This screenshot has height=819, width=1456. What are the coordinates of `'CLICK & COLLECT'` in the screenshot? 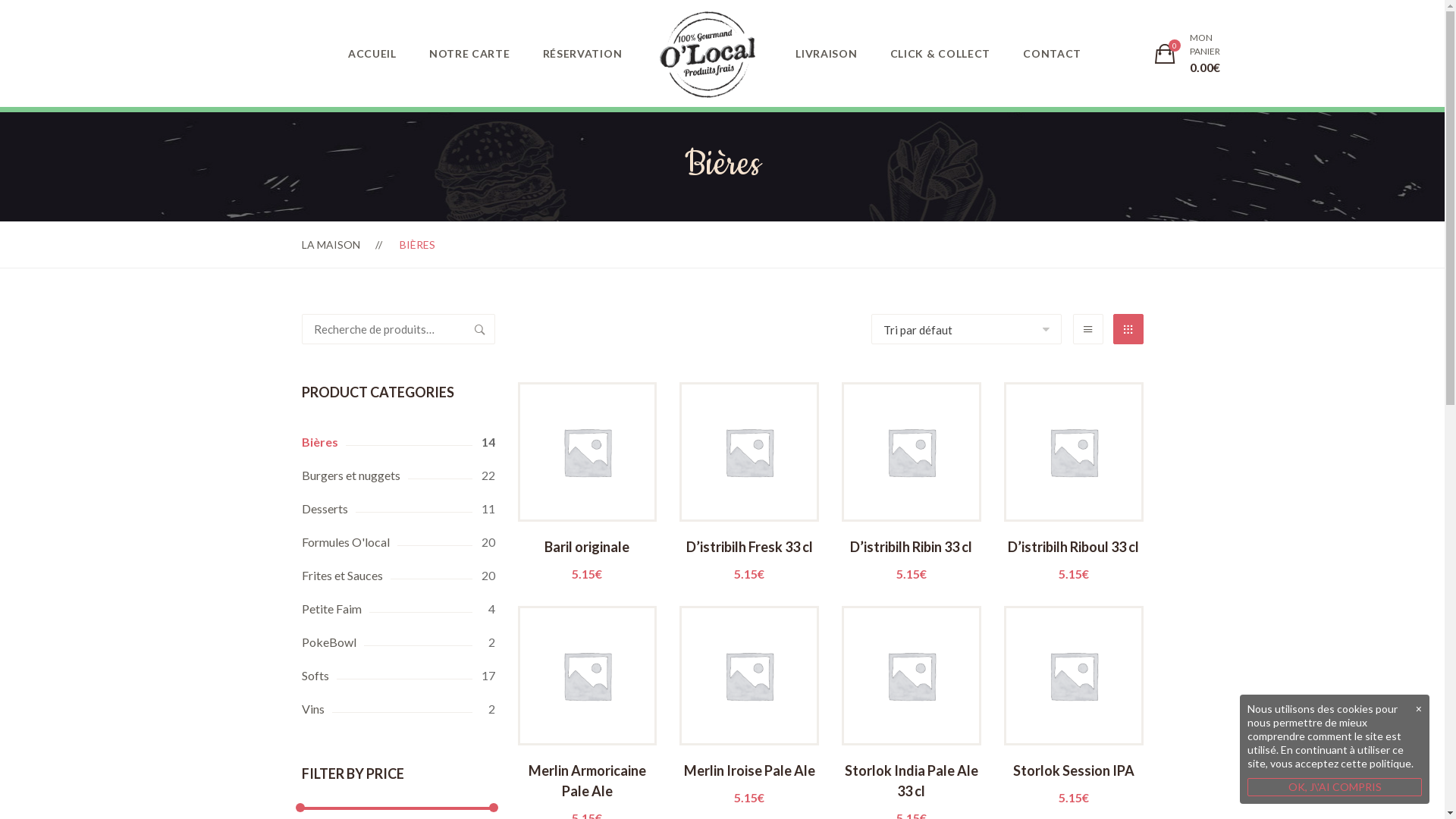 It's located at (940, 52).